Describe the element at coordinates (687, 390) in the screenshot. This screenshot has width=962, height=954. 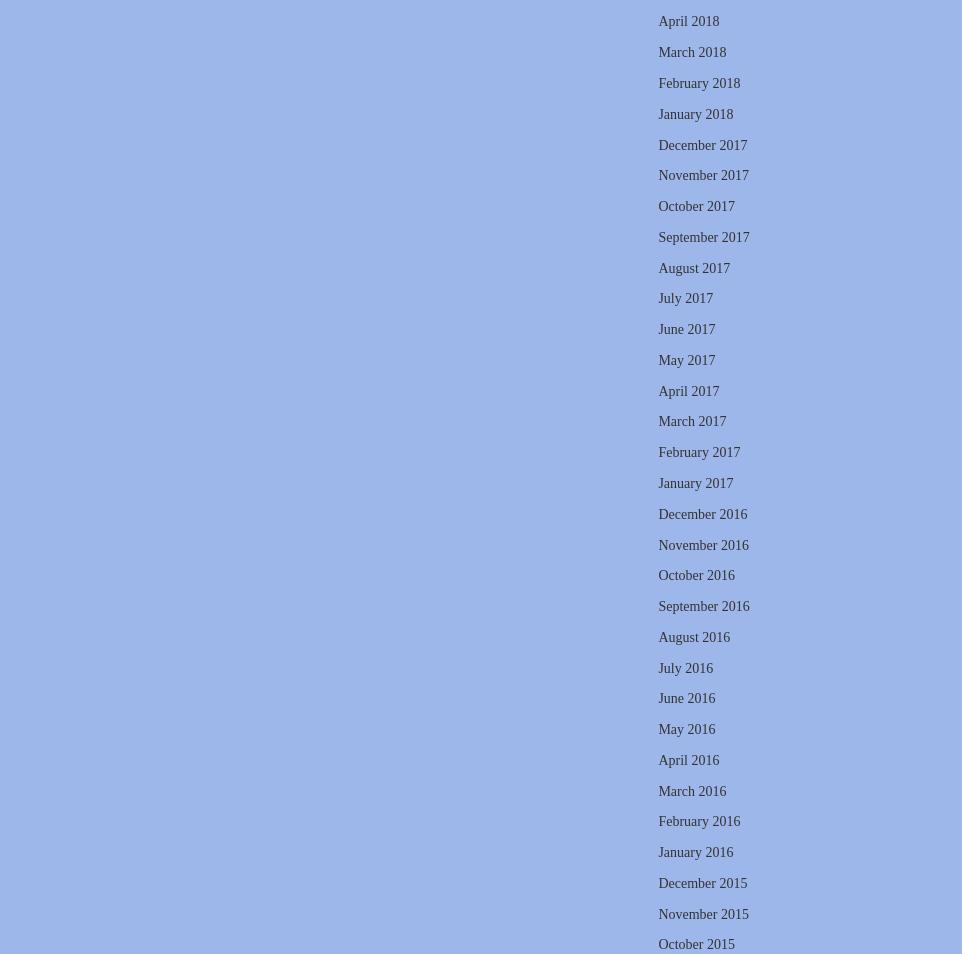
I see `'April 2017'` at that location.